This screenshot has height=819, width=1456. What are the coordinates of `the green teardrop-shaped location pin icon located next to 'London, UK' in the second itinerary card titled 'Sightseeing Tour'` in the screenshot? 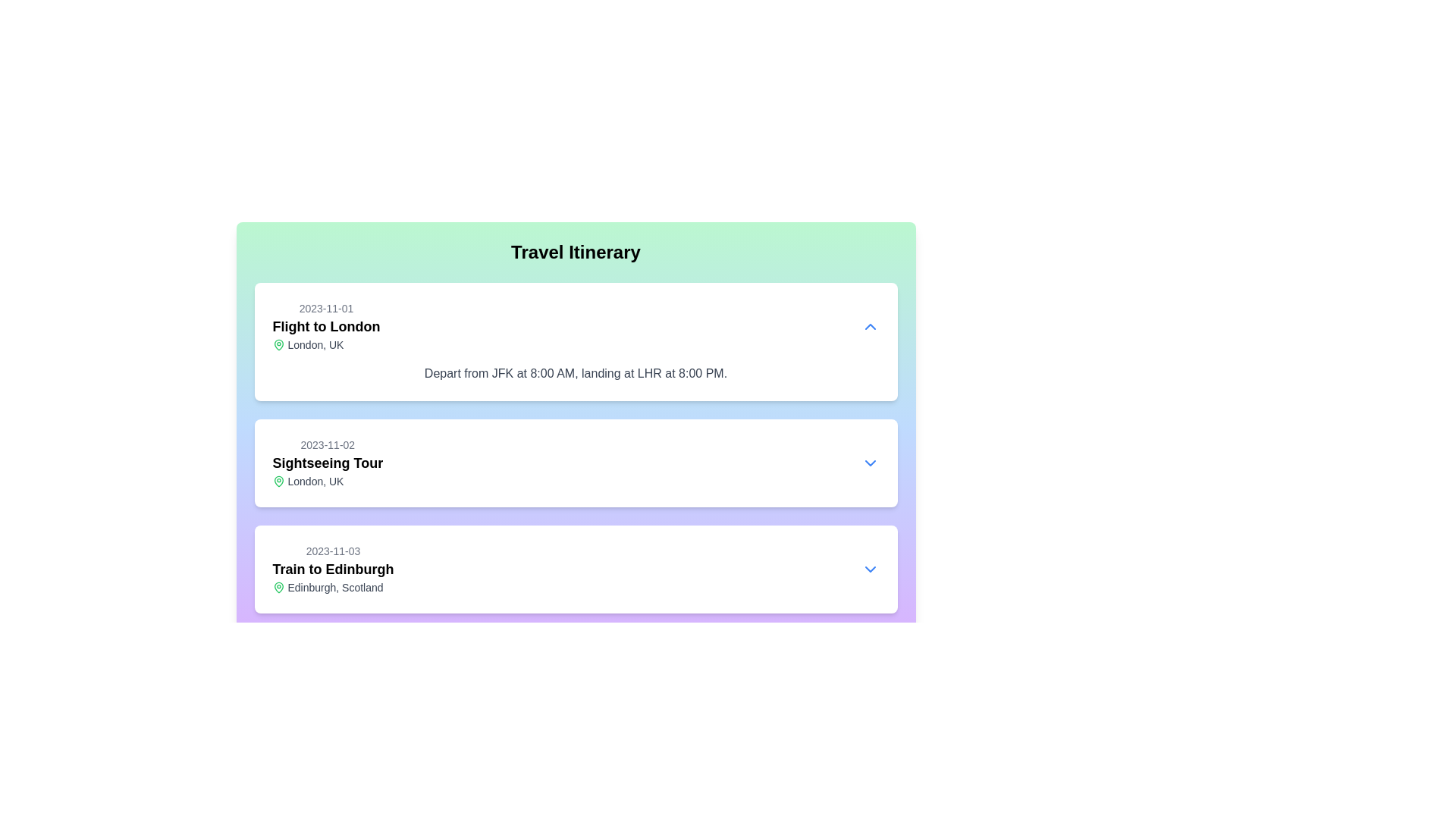 It's located at (278, 482).